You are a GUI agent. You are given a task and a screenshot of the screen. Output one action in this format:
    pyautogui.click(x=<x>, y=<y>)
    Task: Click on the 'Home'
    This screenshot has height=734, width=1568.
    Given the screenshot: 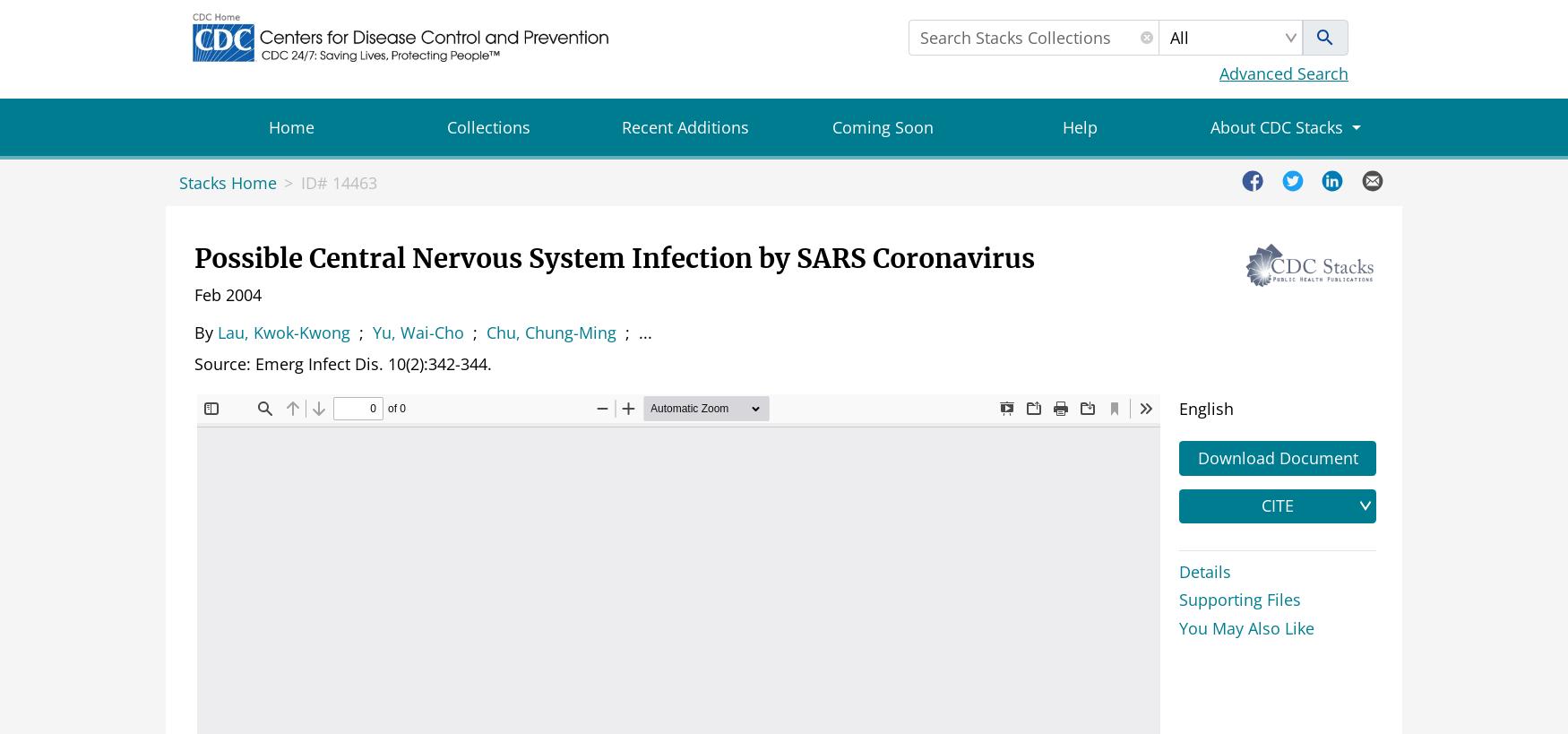 What is the action you would take?
    pyautogui.click(x=290, y=126)
    